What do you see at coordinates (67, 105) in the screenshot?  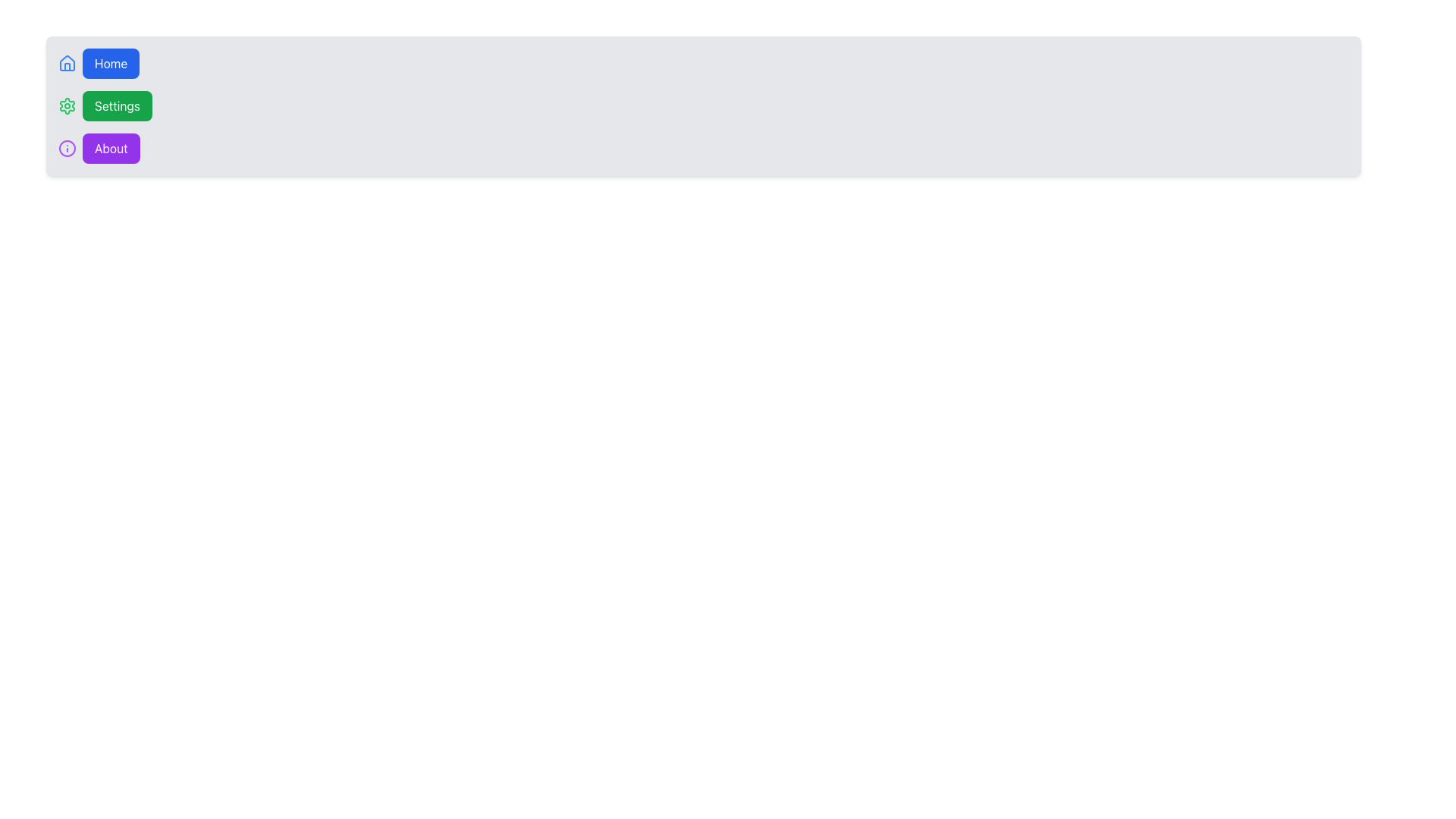 I see `the small circular green gear icon representing settings, which is positioned to the left of the green 'Settings' button` at bounding box center [67, 105].